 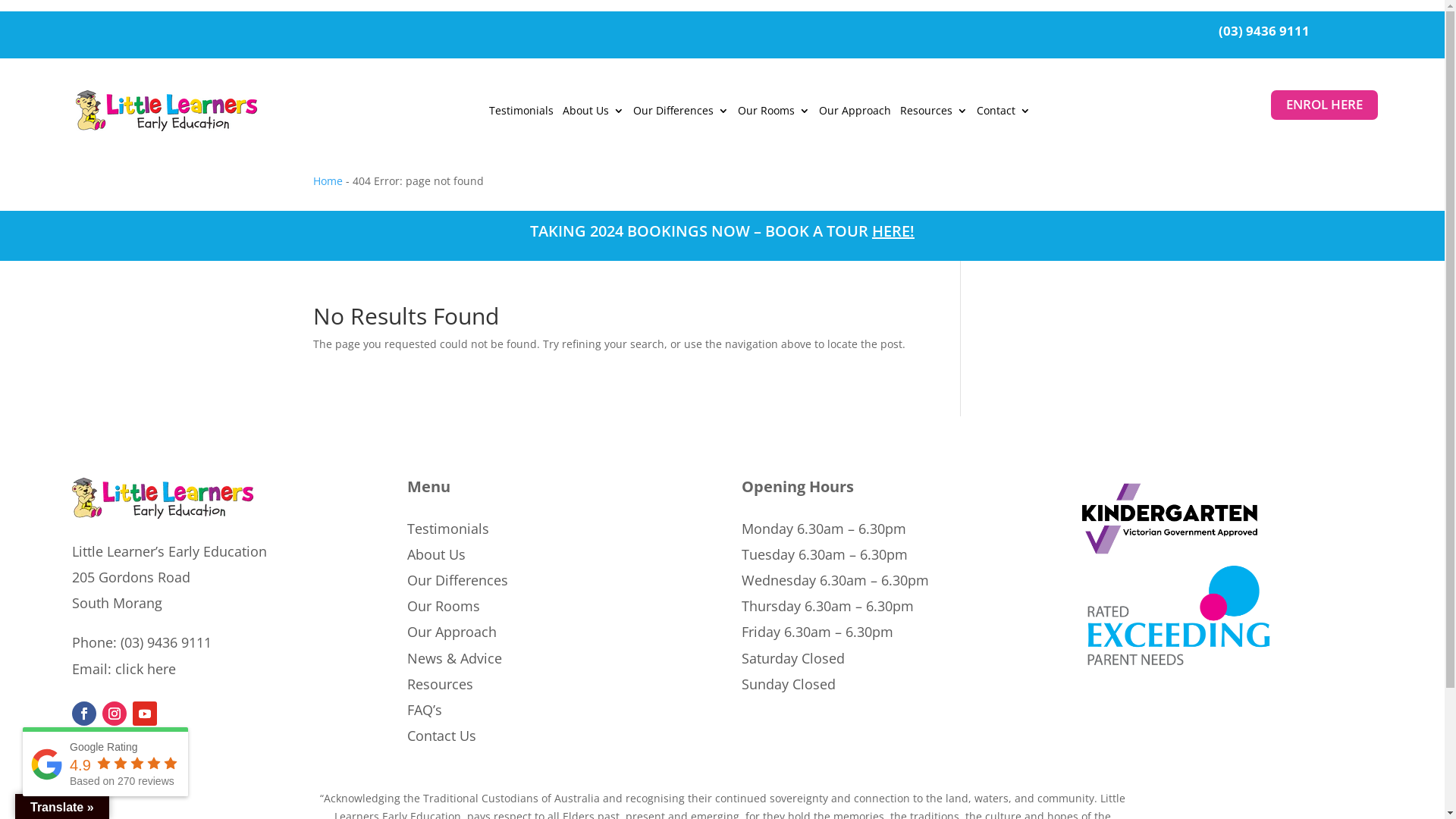 What do you see at coordinates (171, 110) in the screenshot?
I see `'Little Learners Early Education with Bear Logo'` at bounding box center [171, 110].